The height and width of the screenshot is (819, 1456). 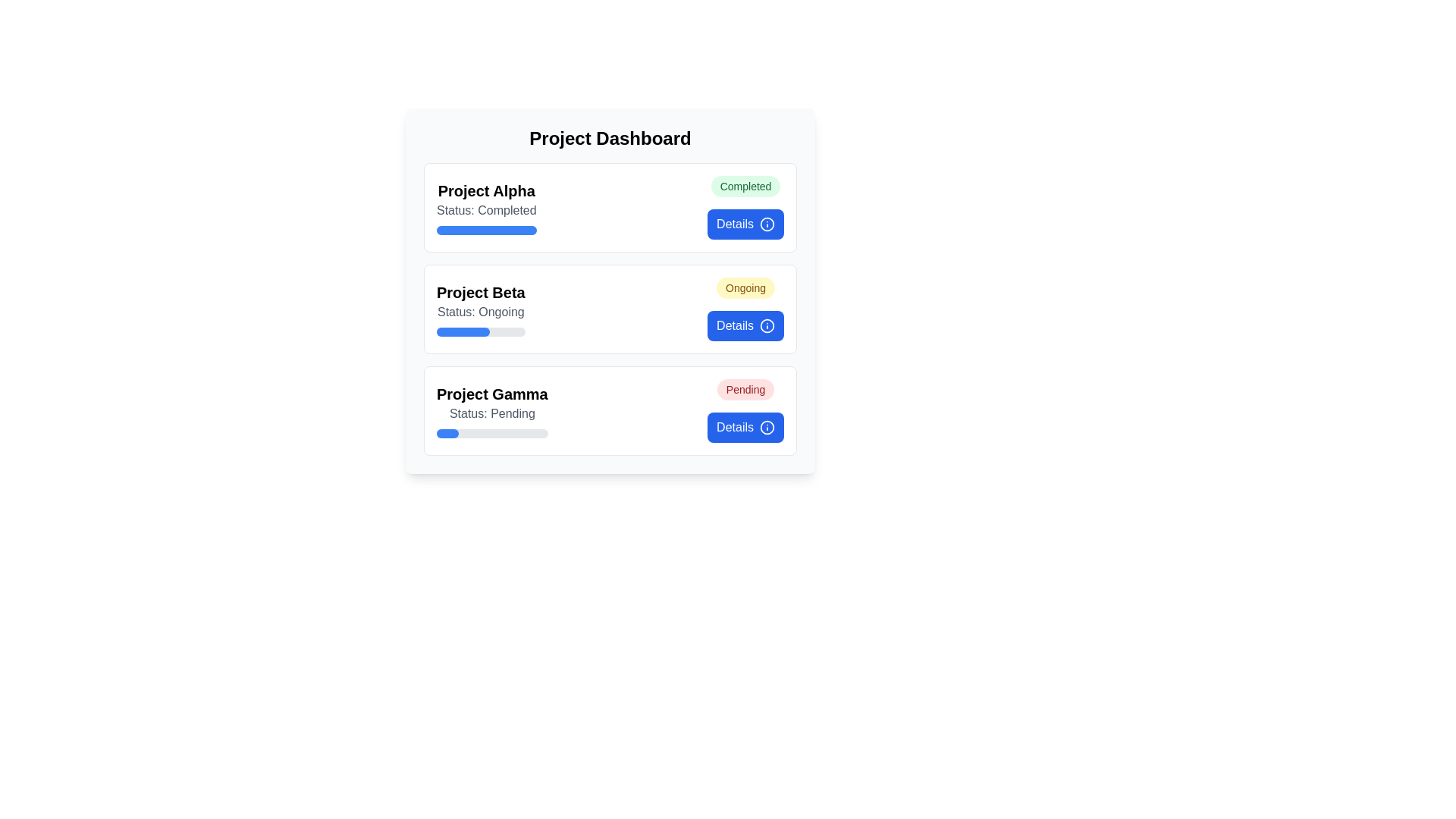 I want to click on the circular graphic with a centered dot that is part of the 'Details' button next to the 'Completed' status indicator for the 'Project Alpha' entry, so click(x=767, y=224).